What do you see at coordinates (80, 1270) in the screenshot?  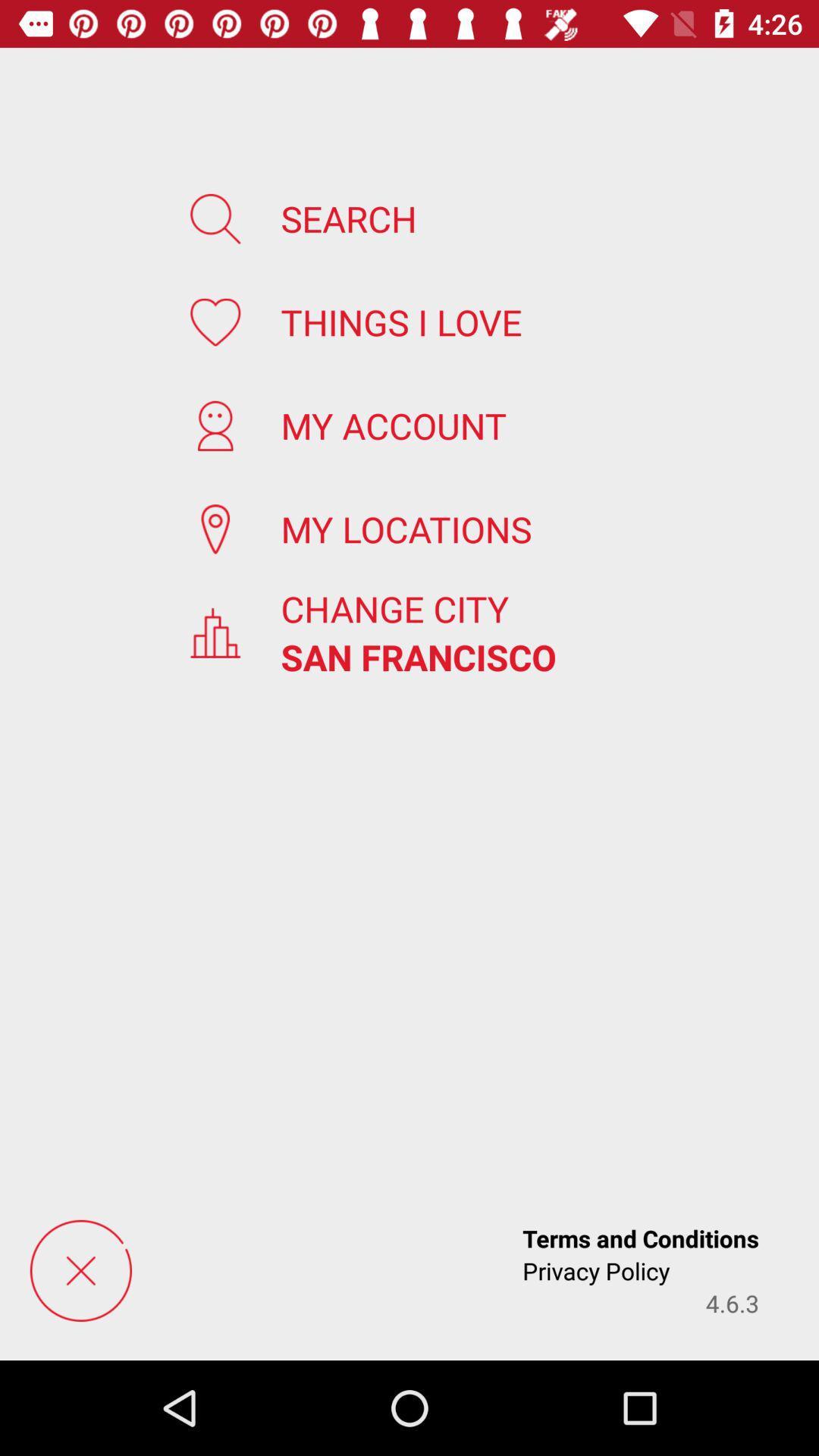 I see `app to the left of terms and conditions app` at bounding box center [80, 1270].